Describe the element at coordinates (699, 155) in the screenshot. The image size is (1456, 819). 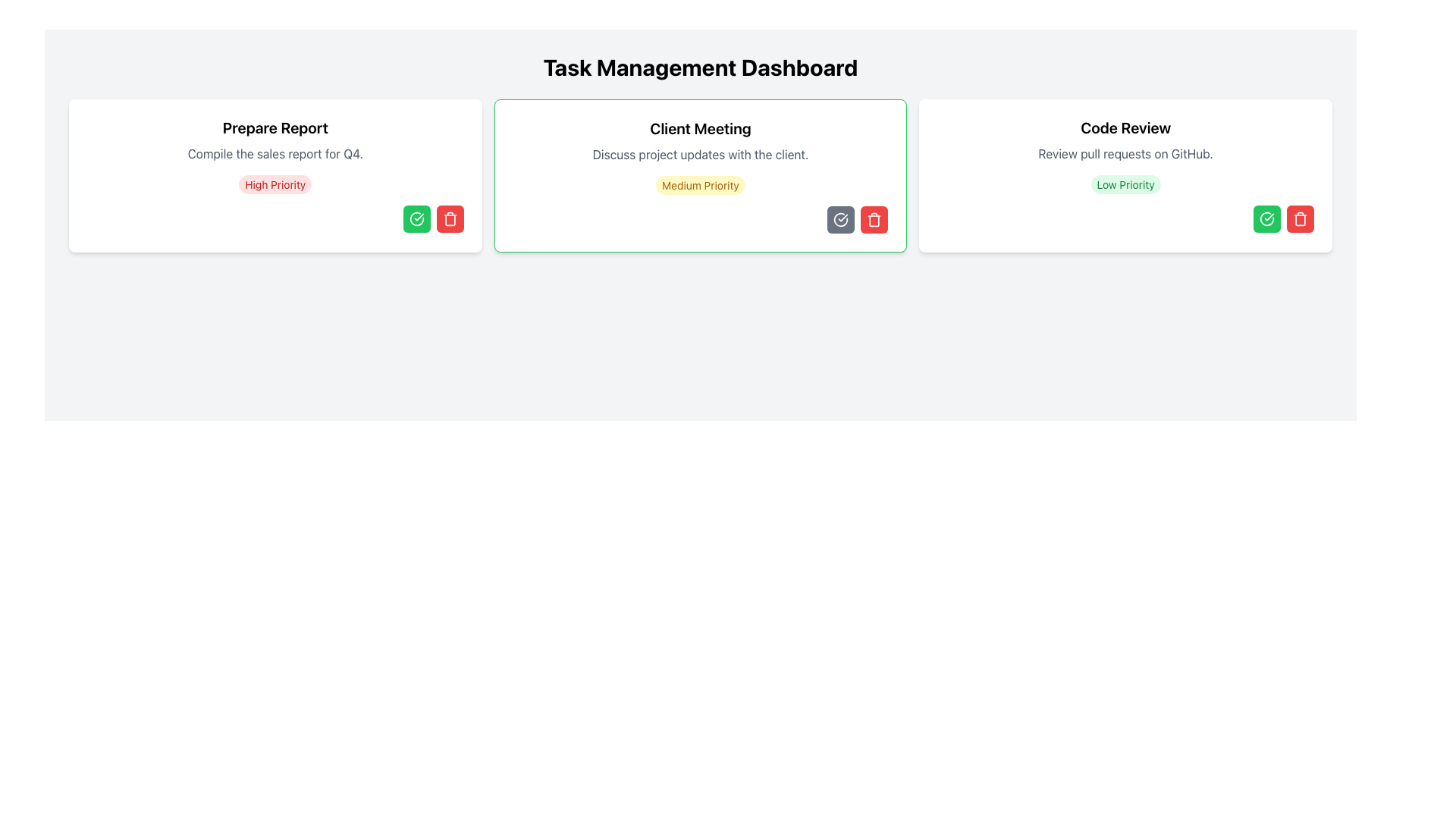
I see `the static text element that provides a description of the 'Client Meeting' task, located within the second task card in the Task Management Dashboard` at that location.